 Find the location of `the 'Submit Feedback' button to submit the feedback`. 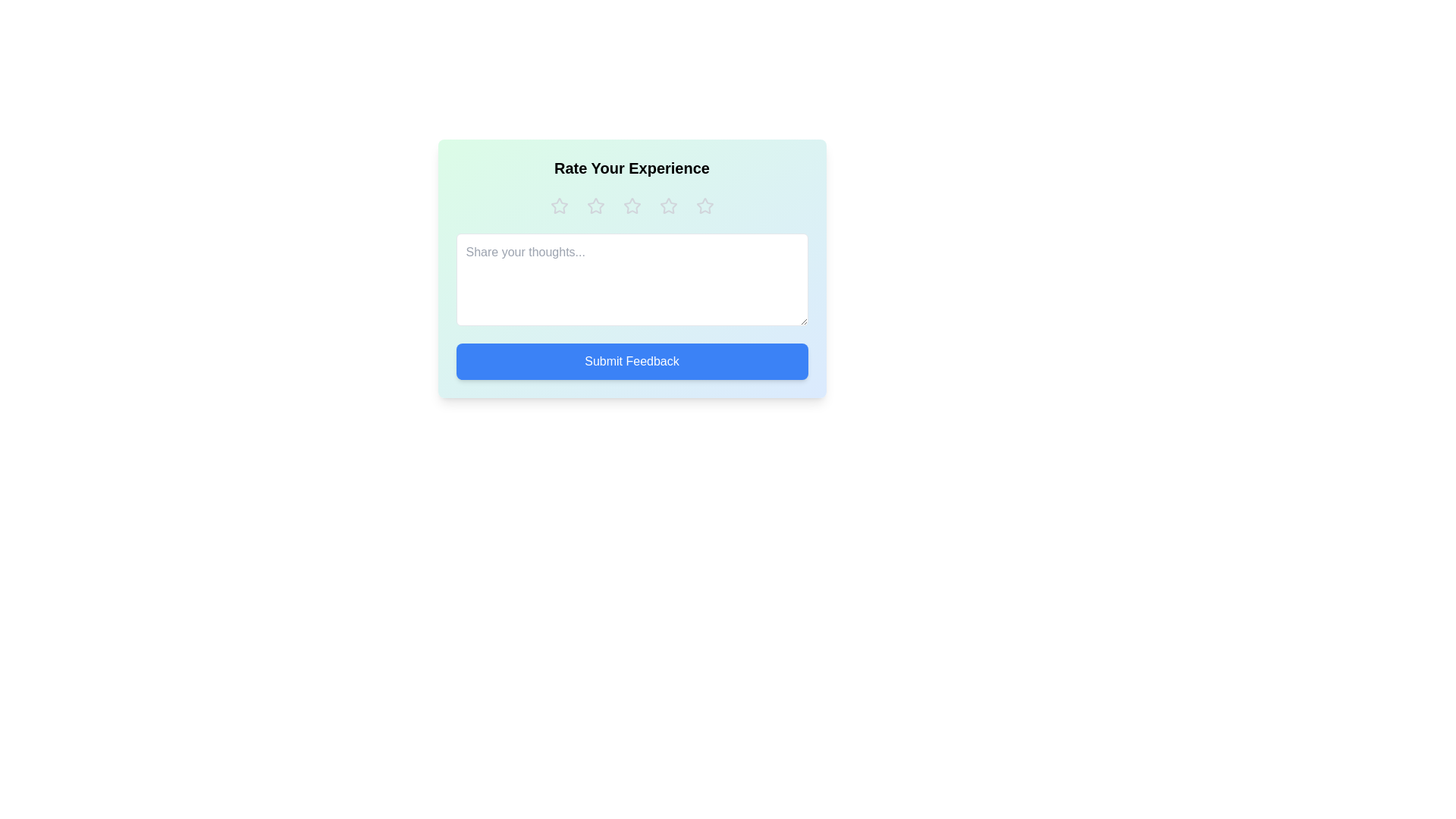

the 'Submit Feedback' button to submit the feedback is located at coordinates (632, 362).